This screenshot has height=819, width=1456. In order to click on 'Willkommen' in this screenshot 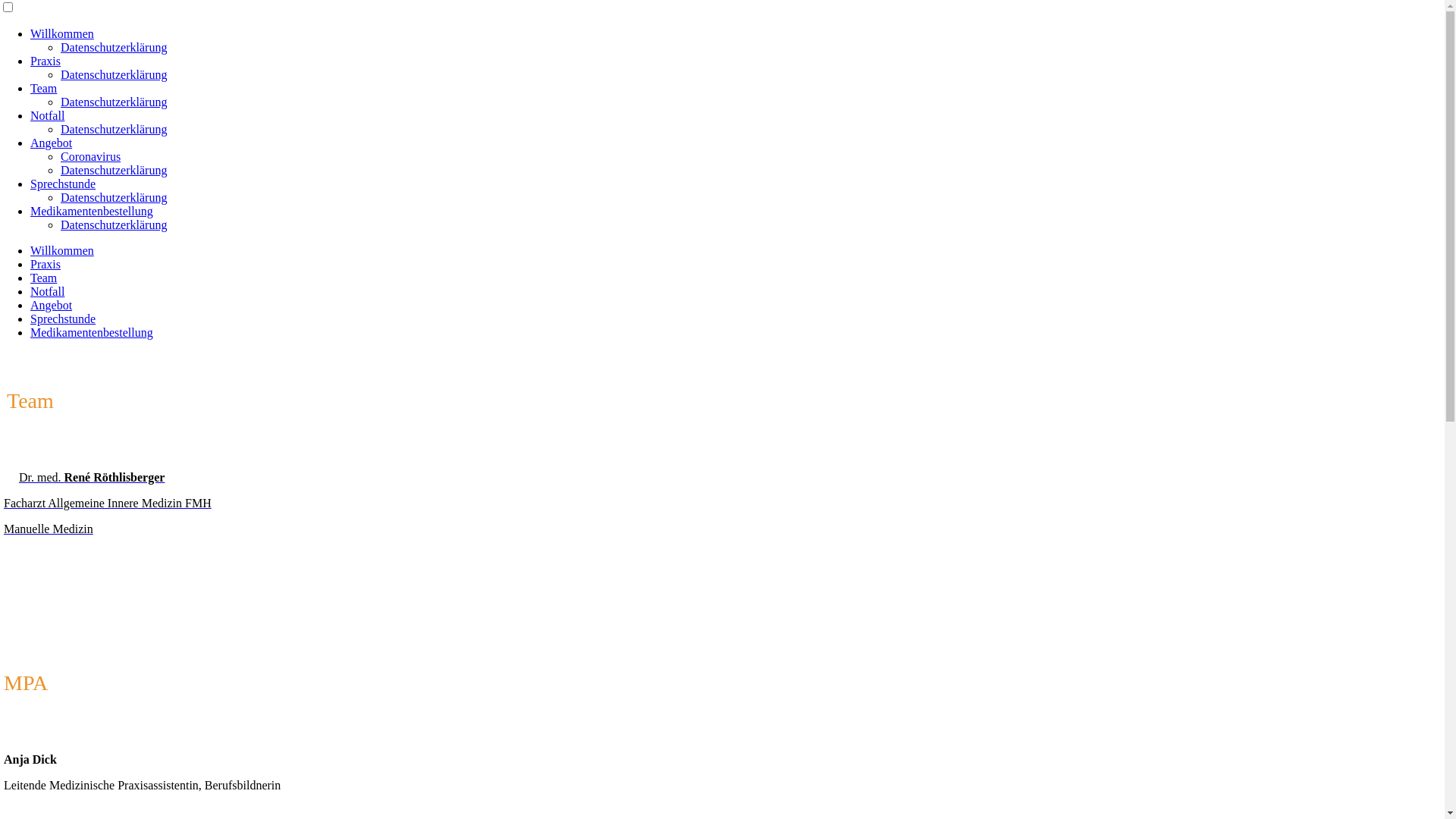, I will do `click(61, 33)`.